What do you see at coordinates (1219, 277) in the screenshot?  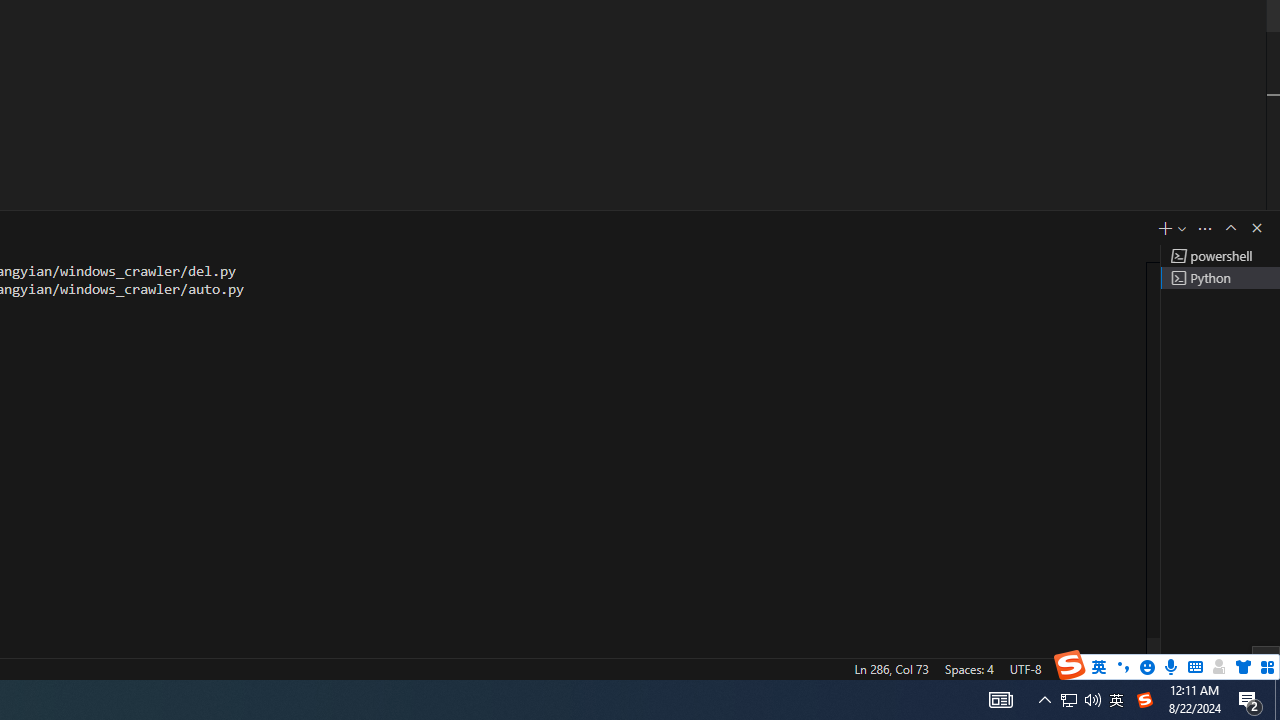 I see `'Terminal 5 Python'` at bounding box center [1219, 277].